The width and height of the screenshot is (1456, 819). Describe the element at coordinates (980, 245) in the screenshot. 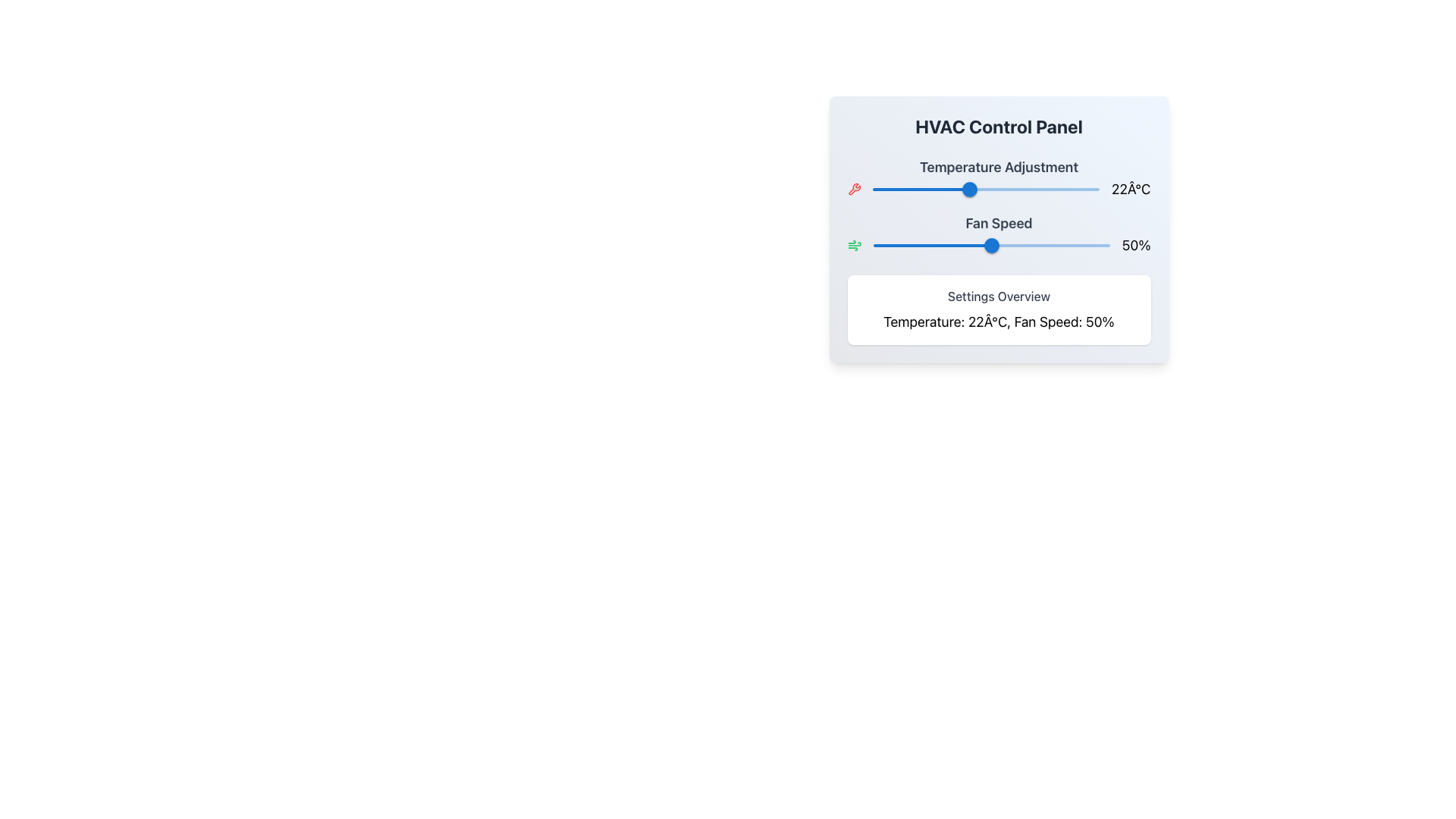

I see `the fan speed` at that location.